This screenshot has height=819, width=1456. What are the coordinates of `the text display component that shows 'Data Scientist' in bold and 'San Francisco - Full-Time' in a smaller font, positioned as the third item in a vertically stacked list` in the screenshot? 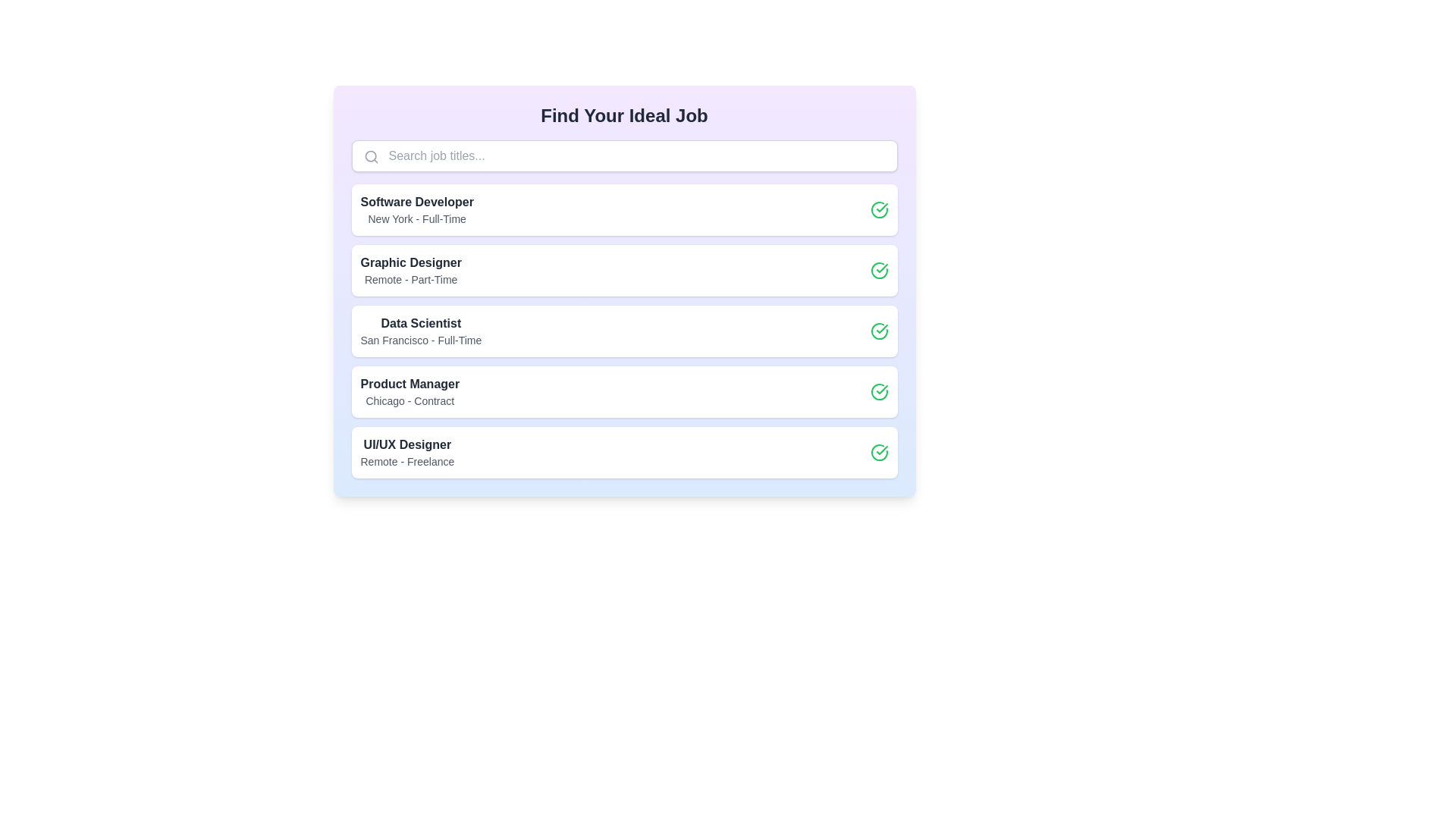 It's located at (421, 330).